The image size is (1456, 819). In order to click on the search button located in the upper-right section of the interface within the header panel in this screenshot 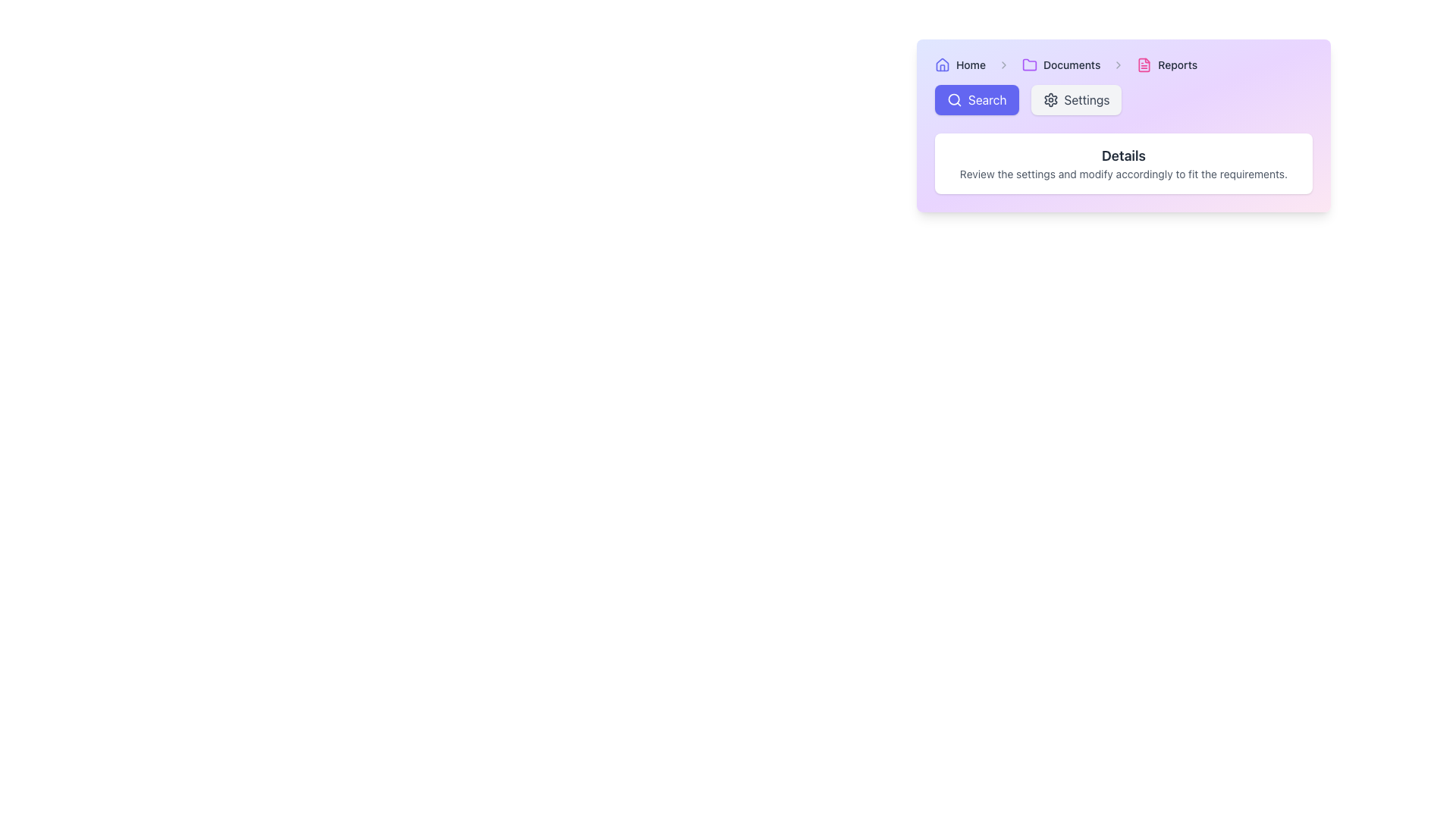, I will do `click(976, 99)`.